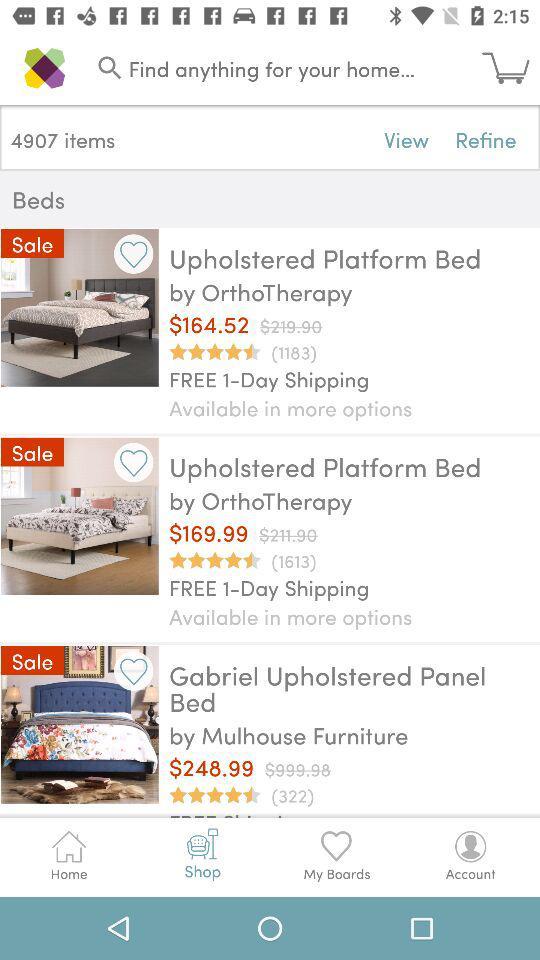  I want to click on the item to the right of find anything for, so click(511, 68).